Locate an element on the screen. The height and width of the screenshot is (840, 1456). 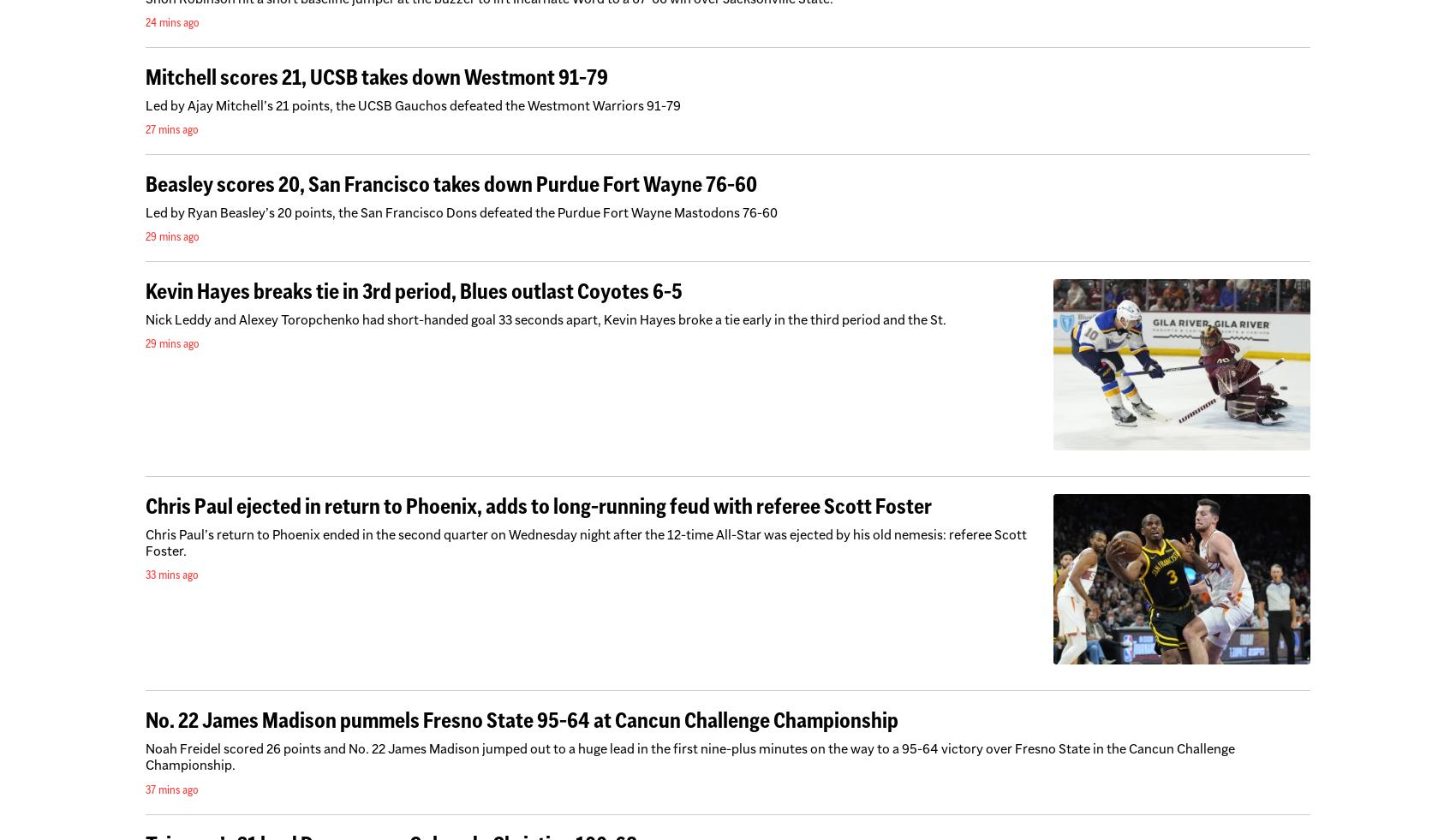
'Led by Ajay Mitchell’s 21 points, the UCSB Gauchos defeated the Westmont Warriors 91-79' is located at coordinates (145, 104).